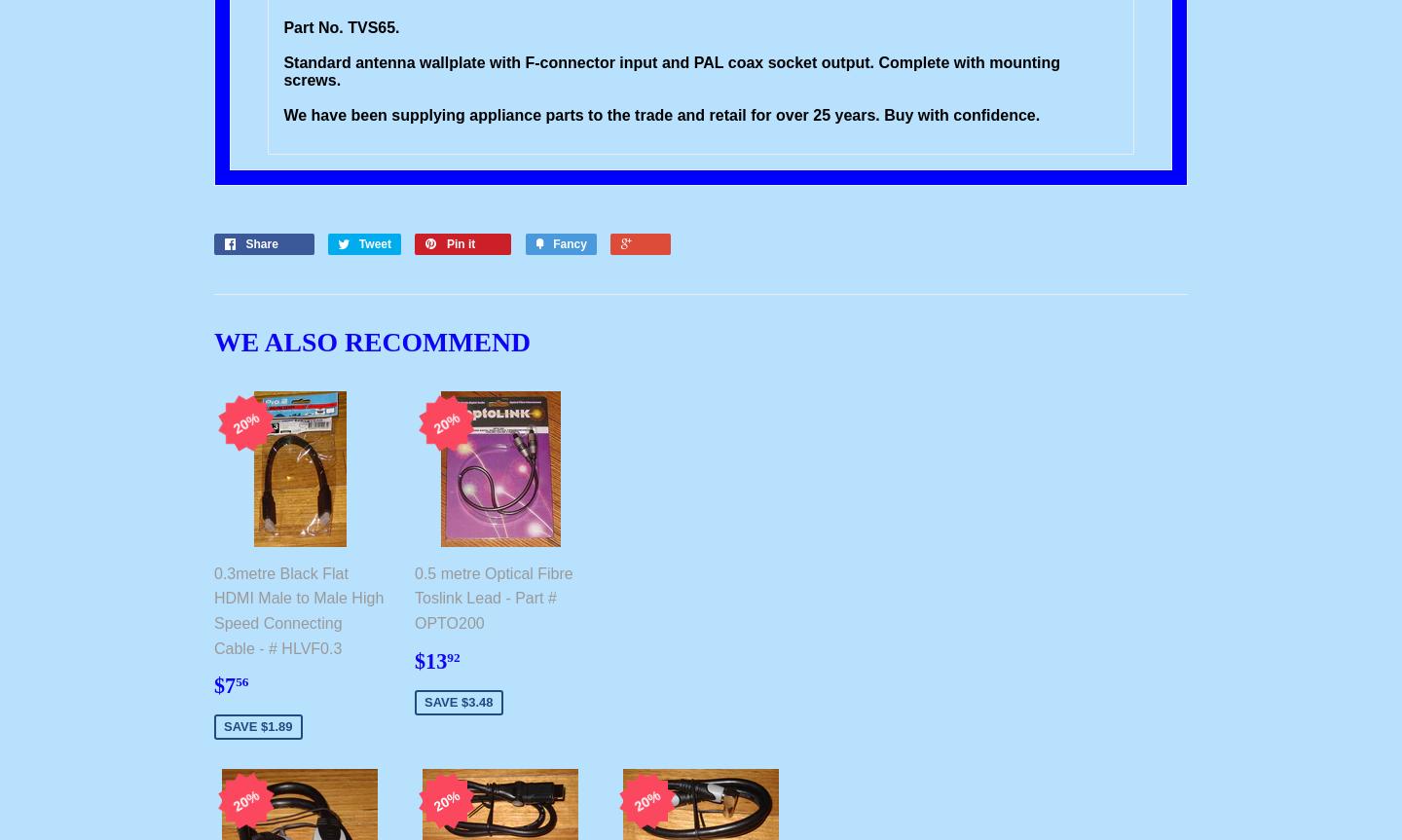 Image resolution: width=1402 pixels, height=840 pixels. What do you see at coordinates (260, 243) in the screenshot?
I see `'Share'` at bounding box center [260, 243].